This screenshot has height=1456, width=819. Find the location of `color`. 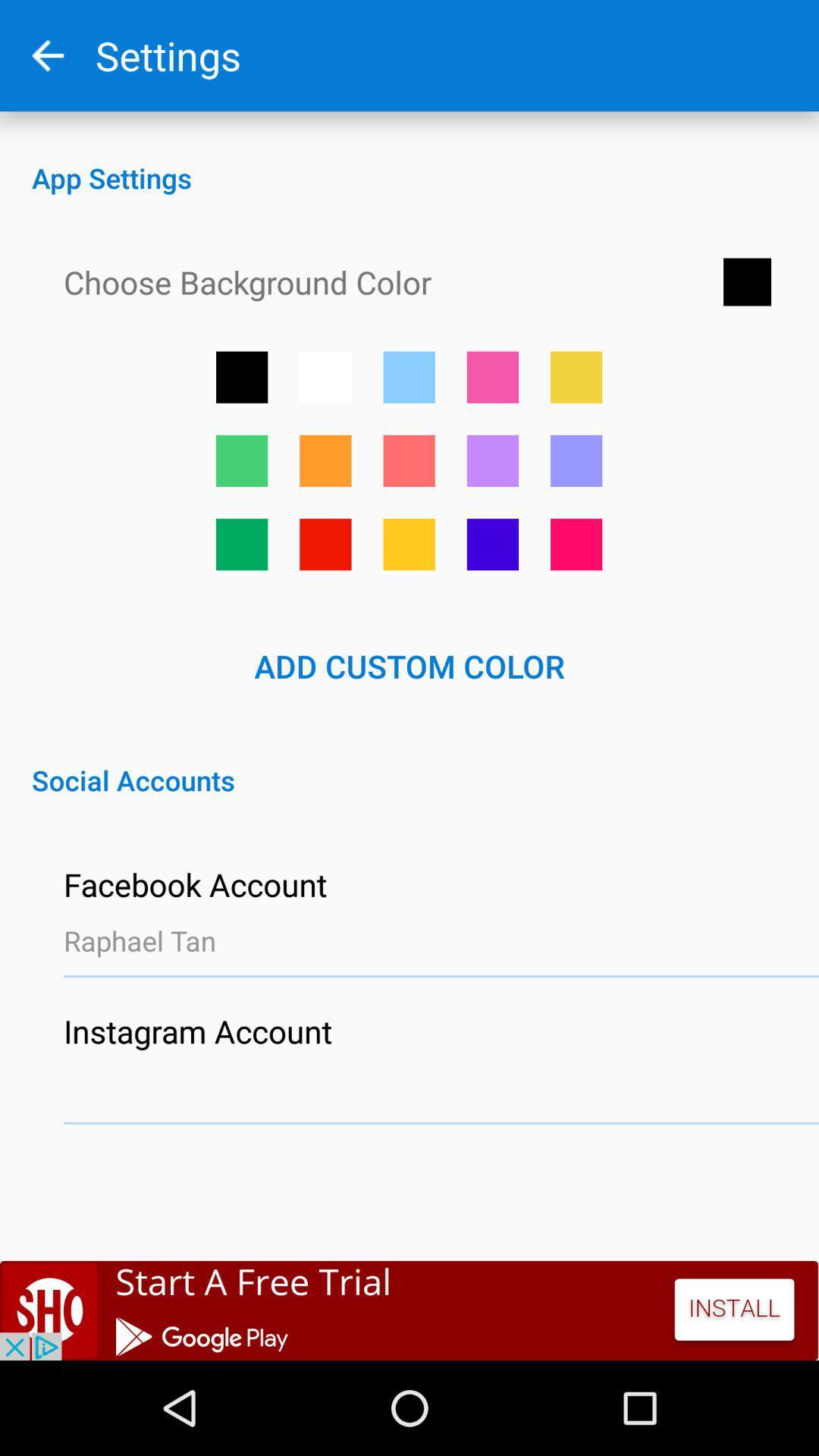

color is located at coordinates (241, 544).